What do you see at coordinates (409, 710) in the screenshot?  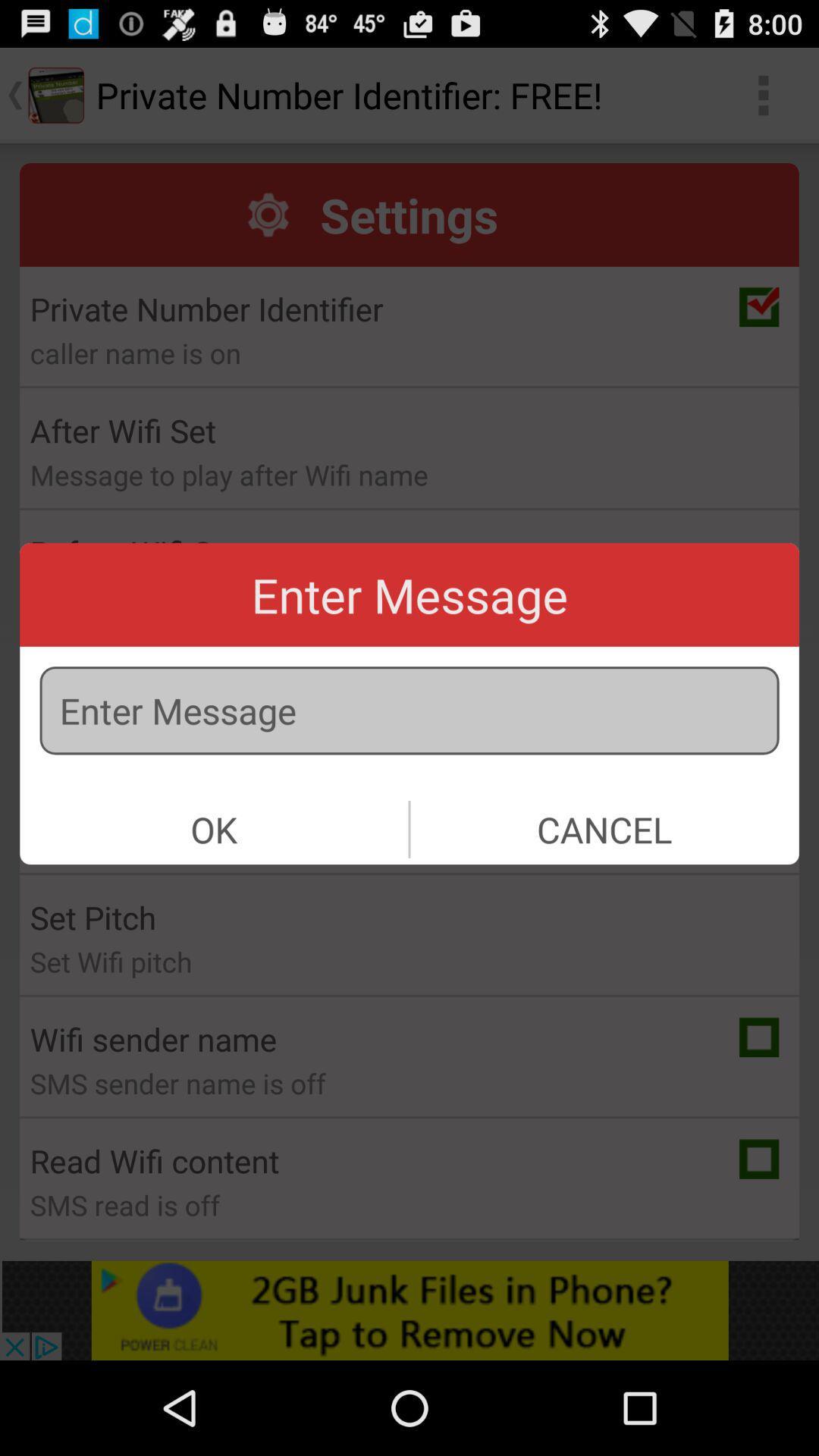 I see `message` at bounding box center [409, 710].